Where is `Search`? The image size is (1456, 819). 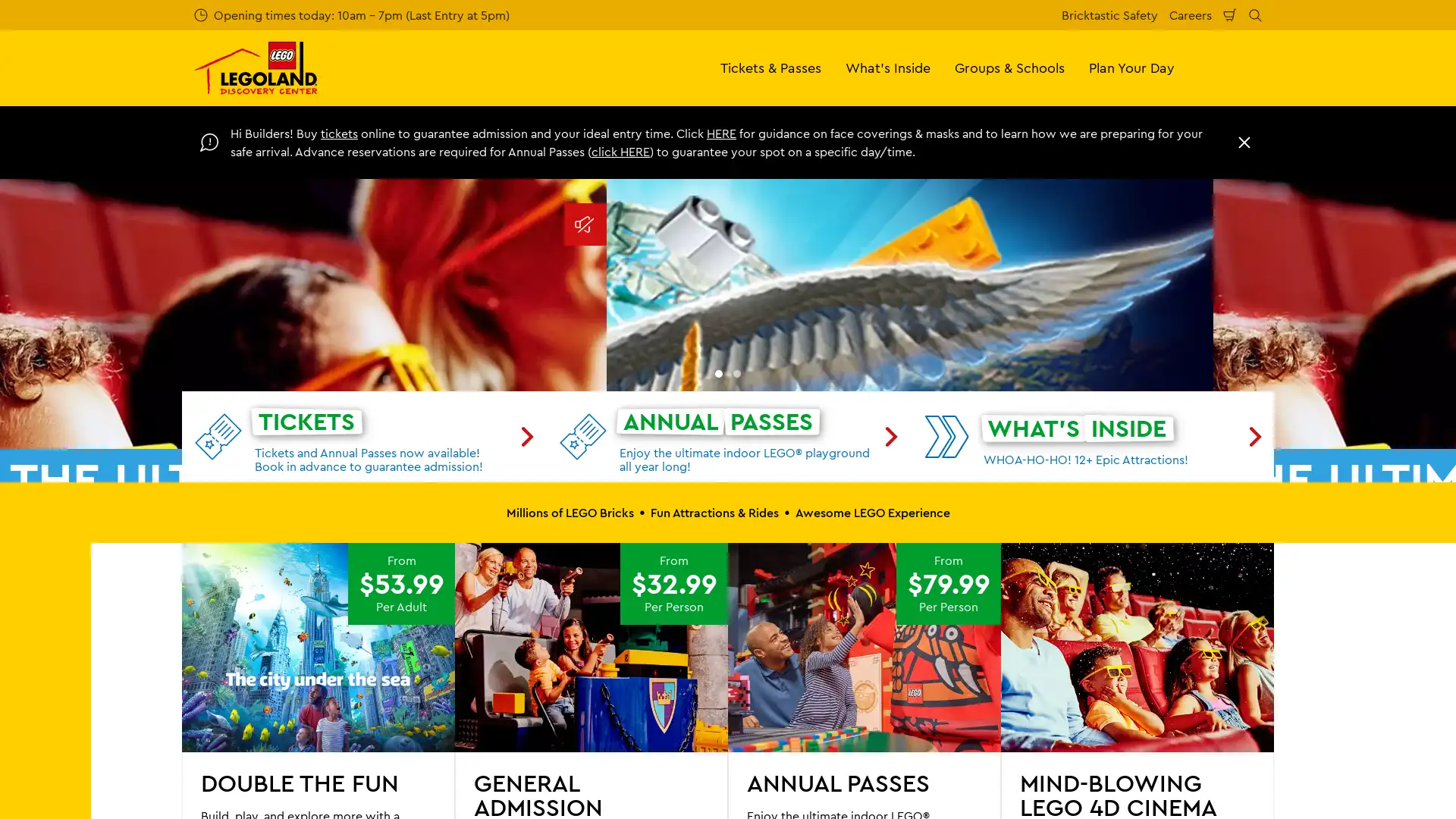 Search is located at coordinates (1255, 14).